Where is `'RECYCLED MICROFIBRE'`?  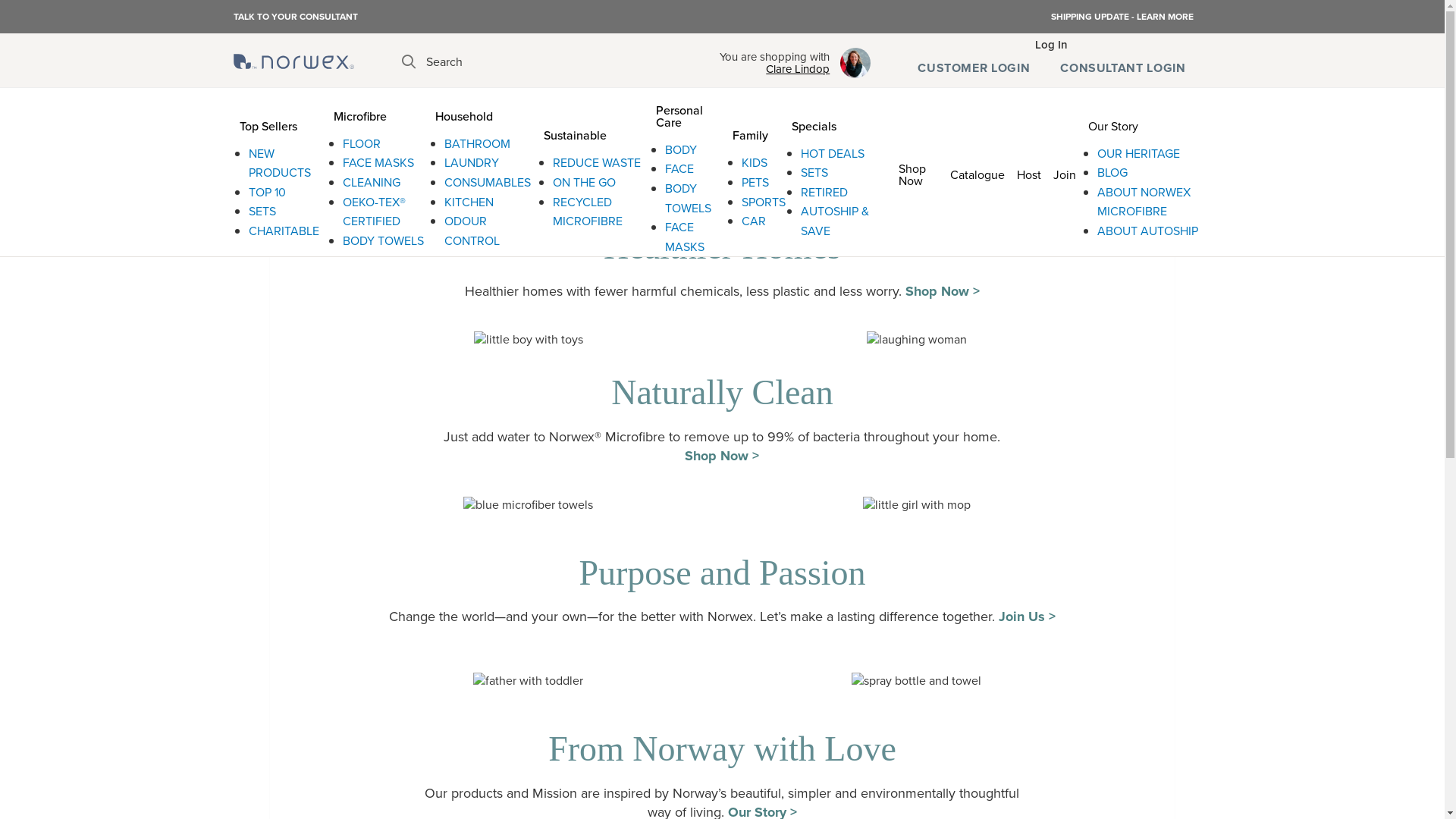 'RECYCLED MICROFIBRE' is located at coordinates (586, 212).